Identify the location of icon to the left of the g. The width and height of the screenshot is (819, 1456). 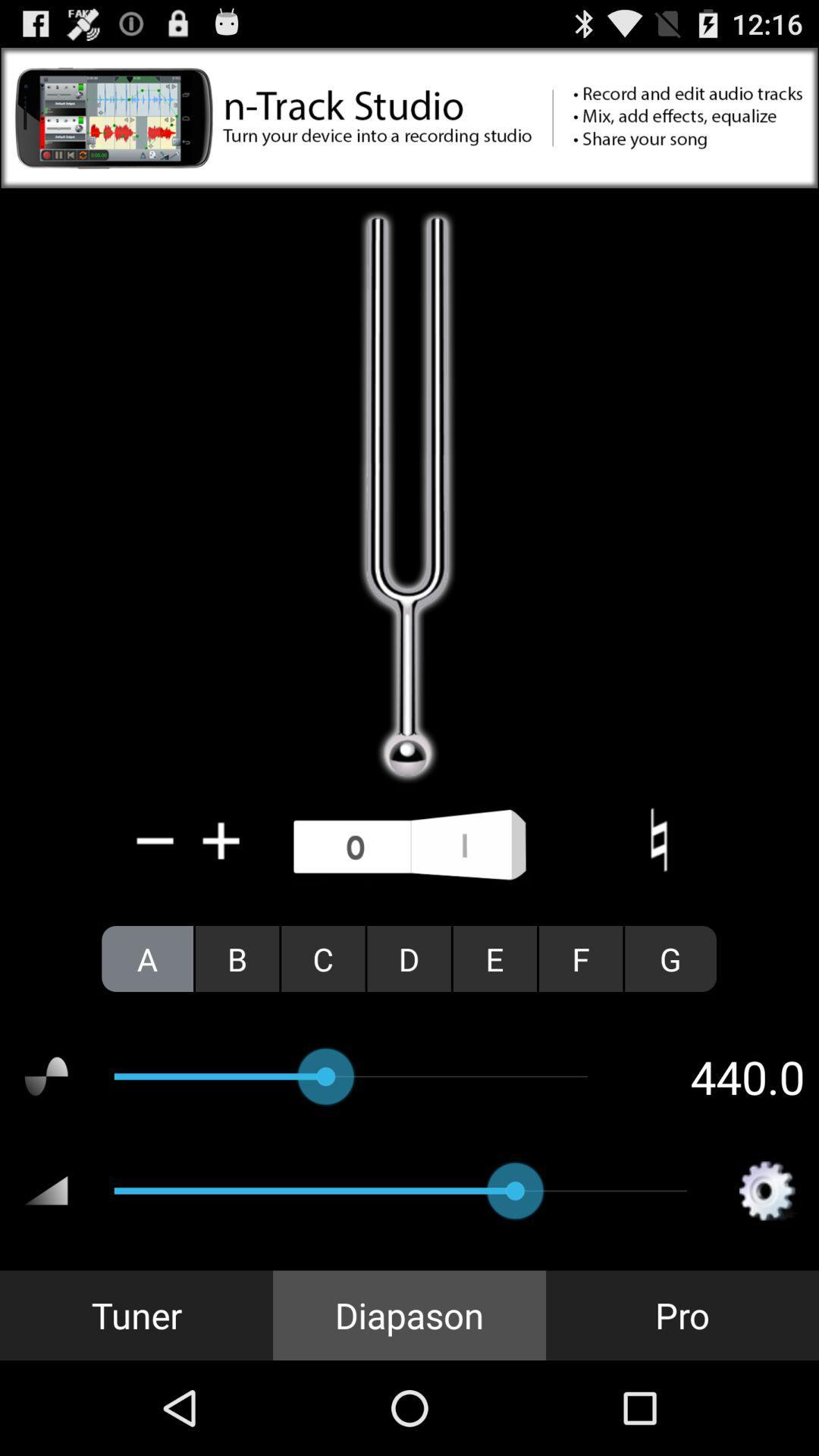
(580, 958).